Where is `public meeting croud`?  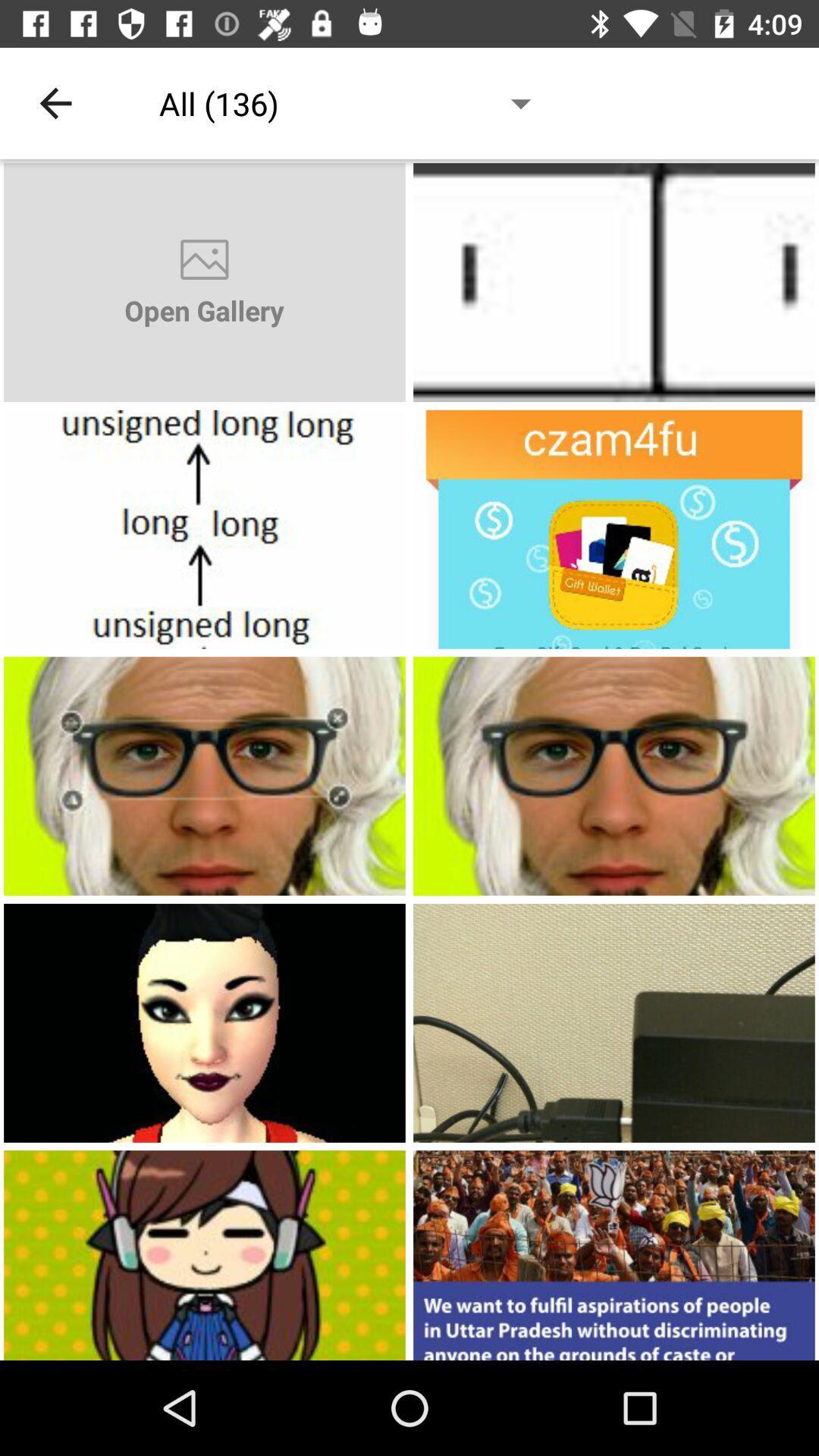
public meeting croud is located at coordinates (614, 1255).